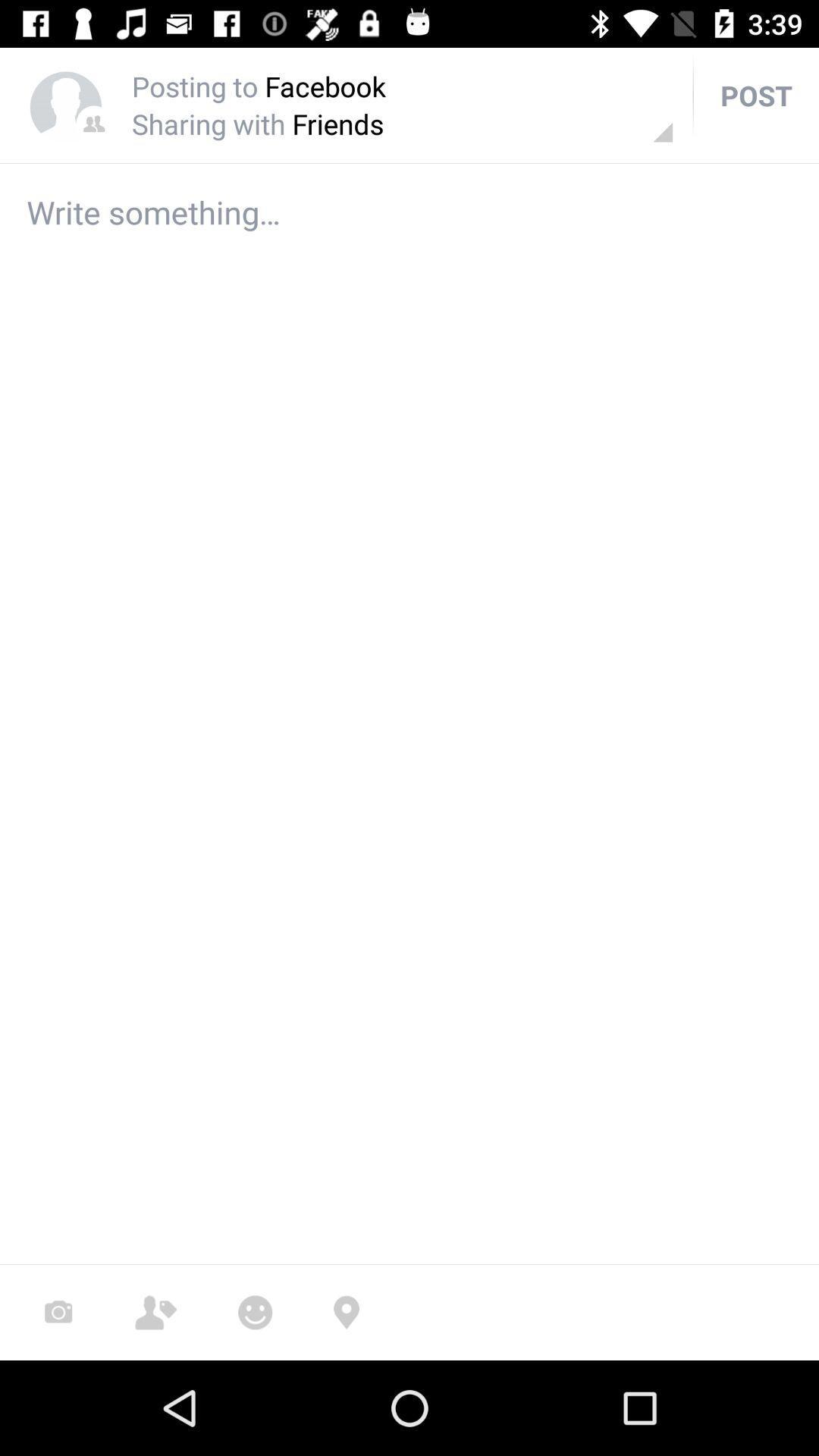 This screenshot has height=1456, width=819. What do you see at coordinates (58, 1312) in the screenshot?
I see `the photo icon` at bounding box center [58, 1312].